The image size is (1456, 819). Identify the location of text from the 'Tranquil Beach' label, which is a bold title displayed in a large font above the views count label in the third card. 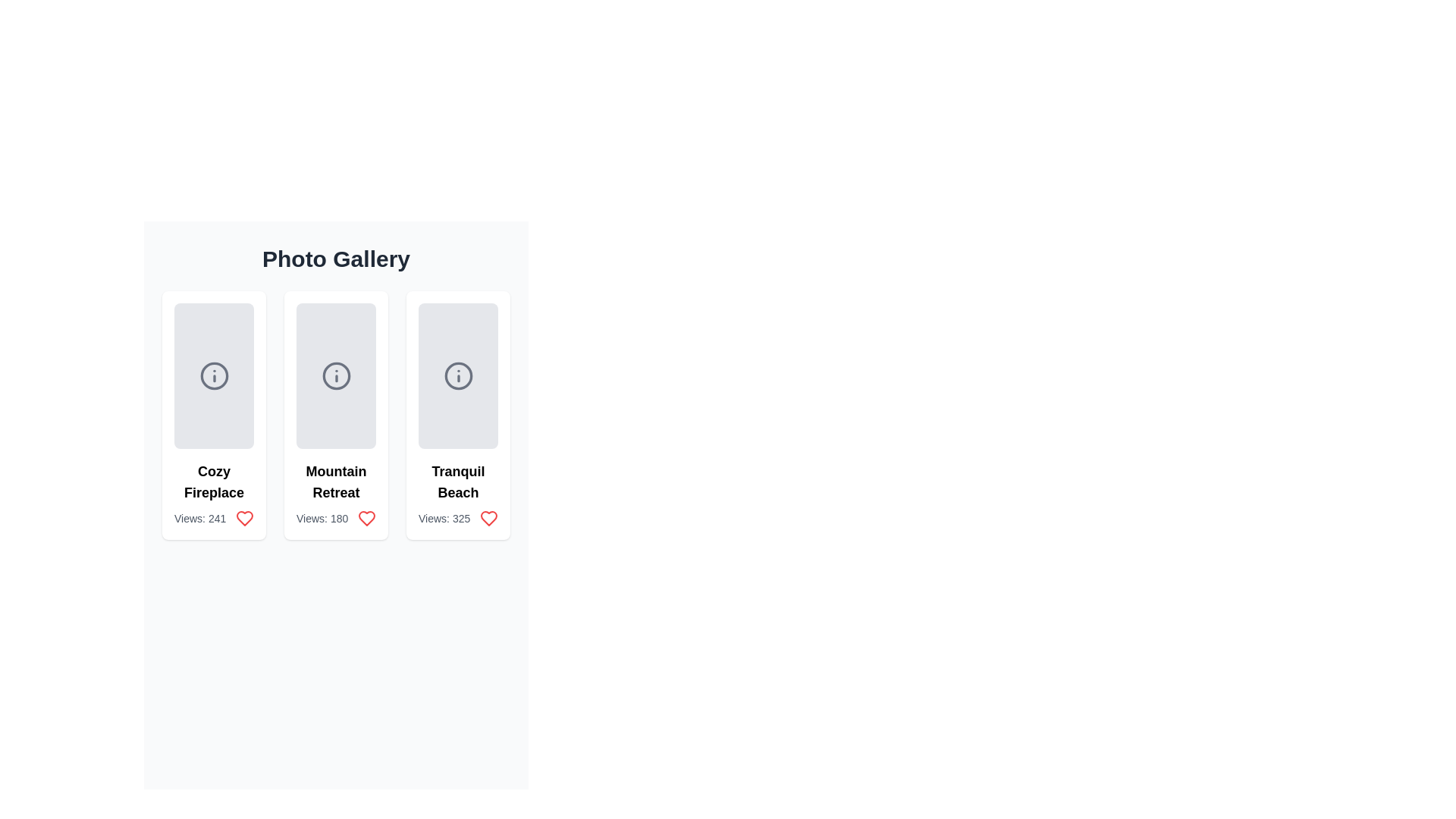
(457, 482).